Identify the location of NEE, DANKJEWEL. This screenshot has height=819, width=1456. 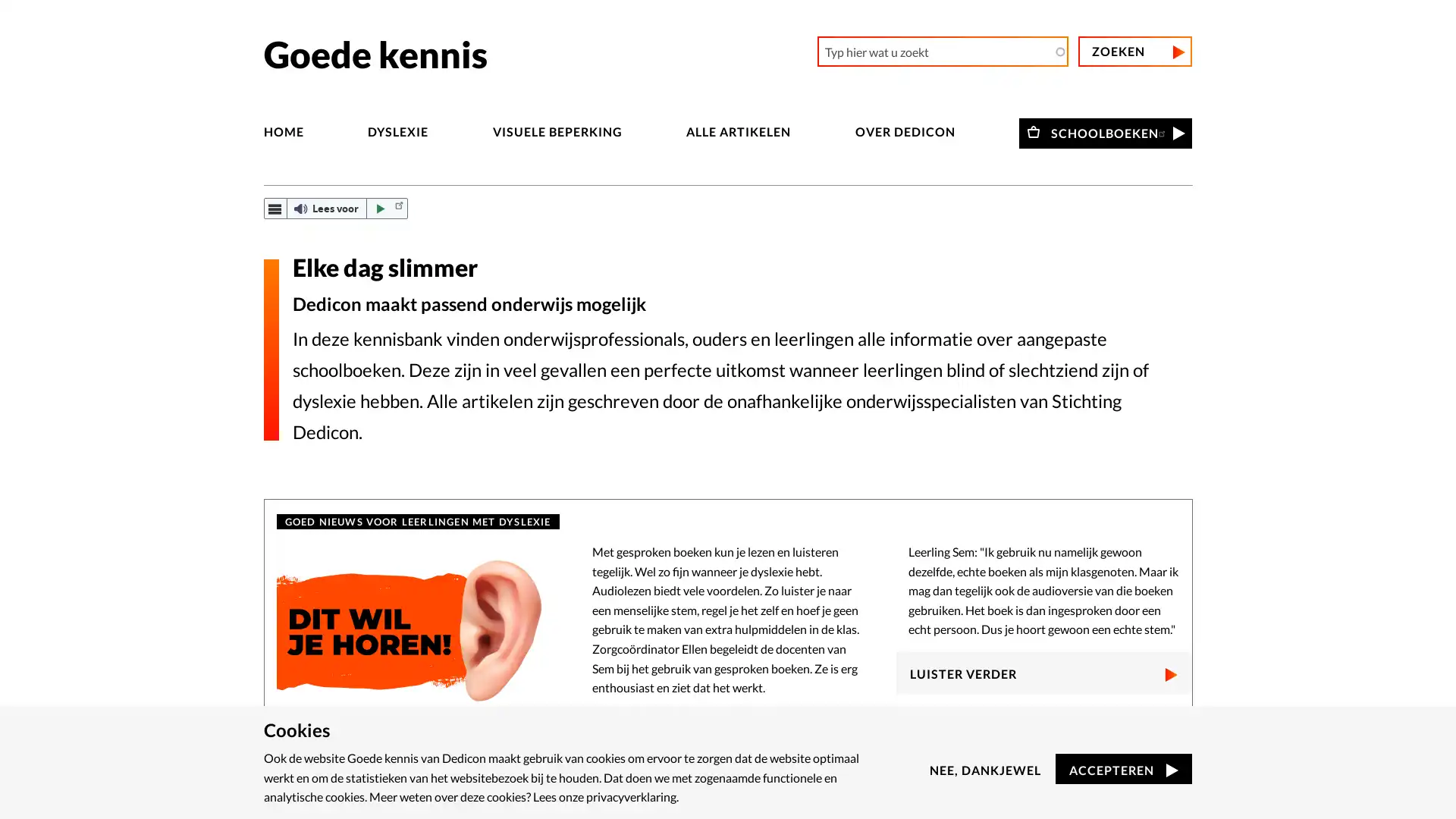
(985, 769).